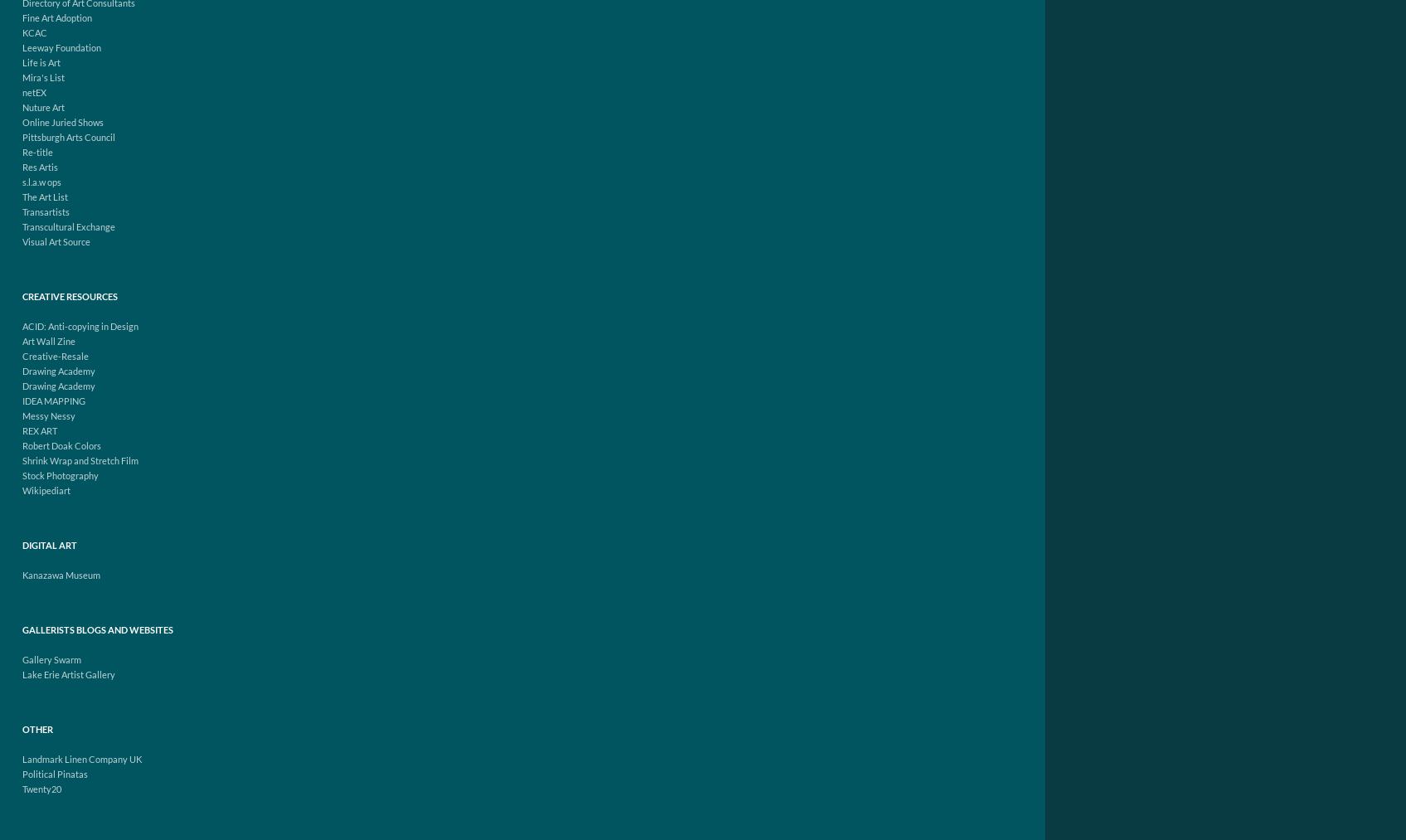 Image resolution: width=1406 pixels, height=840 pixels. I want to click on 'The Art List', so click(45, 196).